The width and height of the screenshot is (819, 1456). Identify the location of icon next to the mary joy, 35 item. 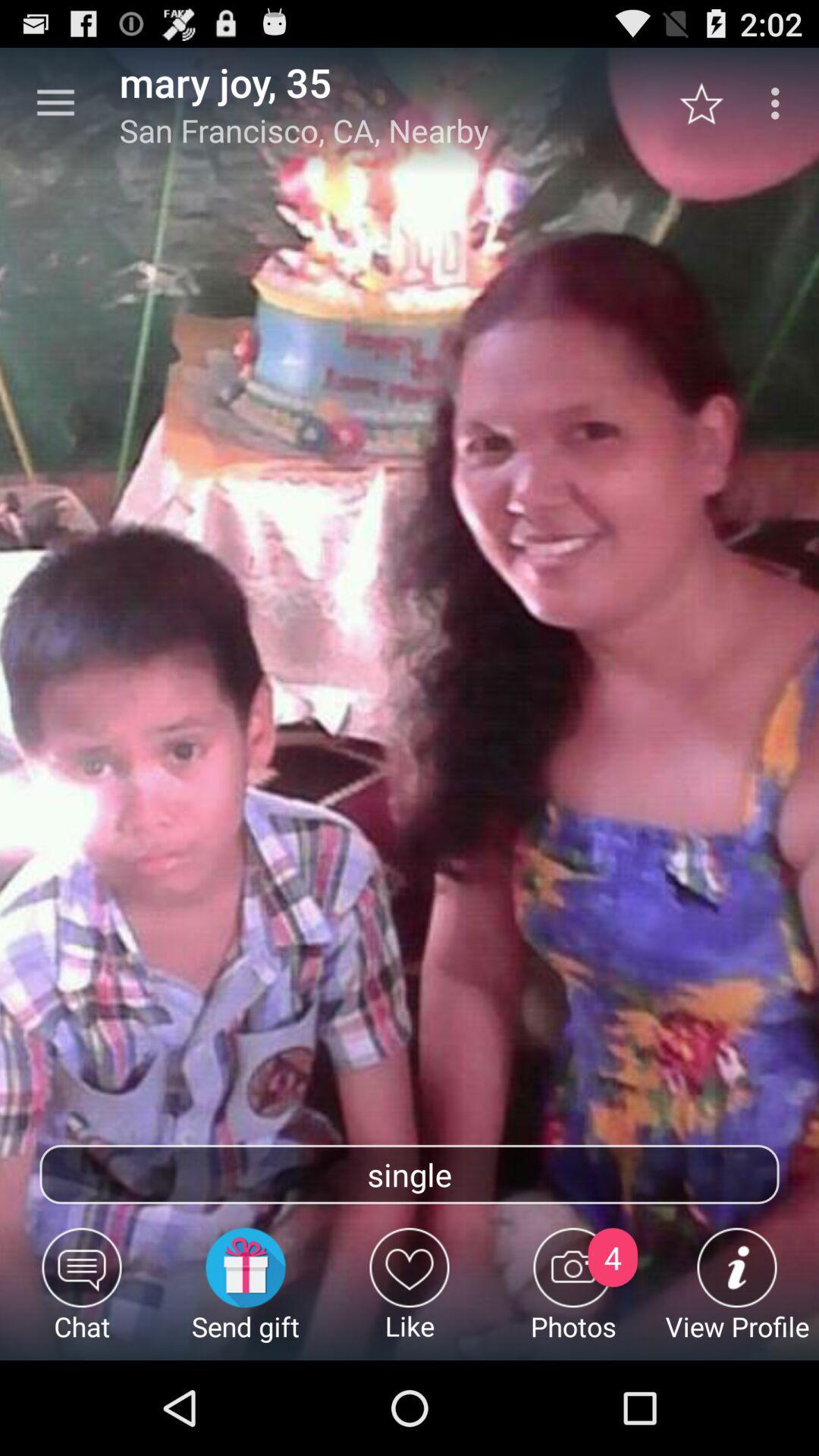
(55, 102).